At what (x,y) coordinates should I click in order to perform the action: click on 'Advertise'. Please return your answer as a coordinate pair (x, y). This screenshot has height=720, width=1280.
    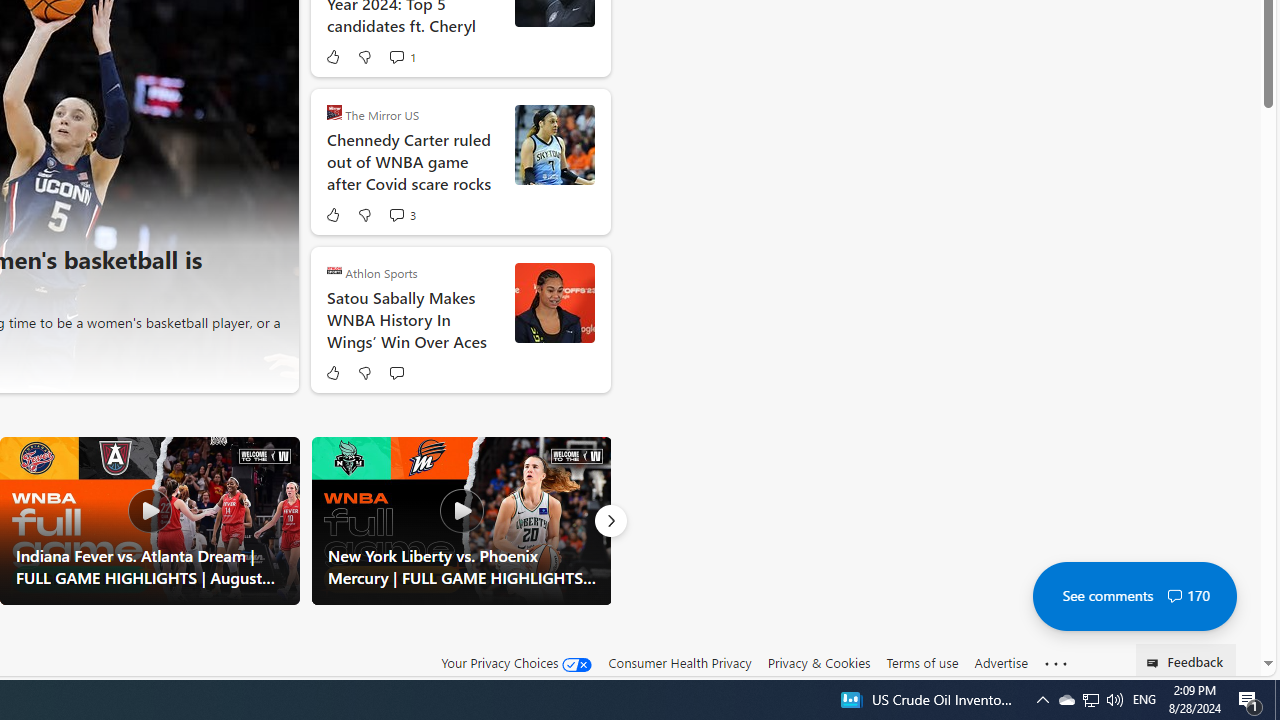
    Looking at the image, I should click on (1000, 662).